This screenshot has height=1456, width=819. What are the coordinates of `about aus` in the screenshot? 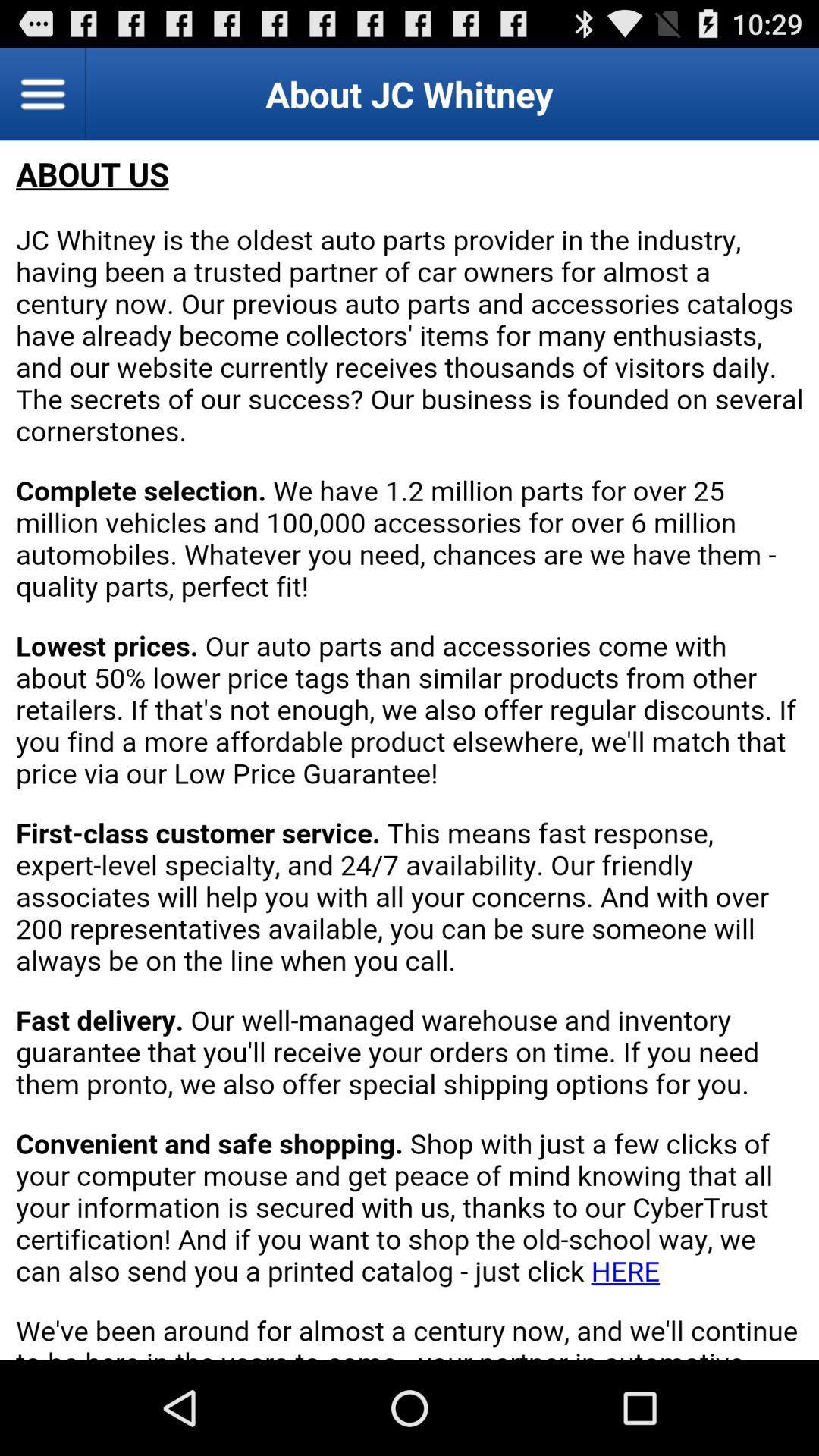 It's located at (409, 750).